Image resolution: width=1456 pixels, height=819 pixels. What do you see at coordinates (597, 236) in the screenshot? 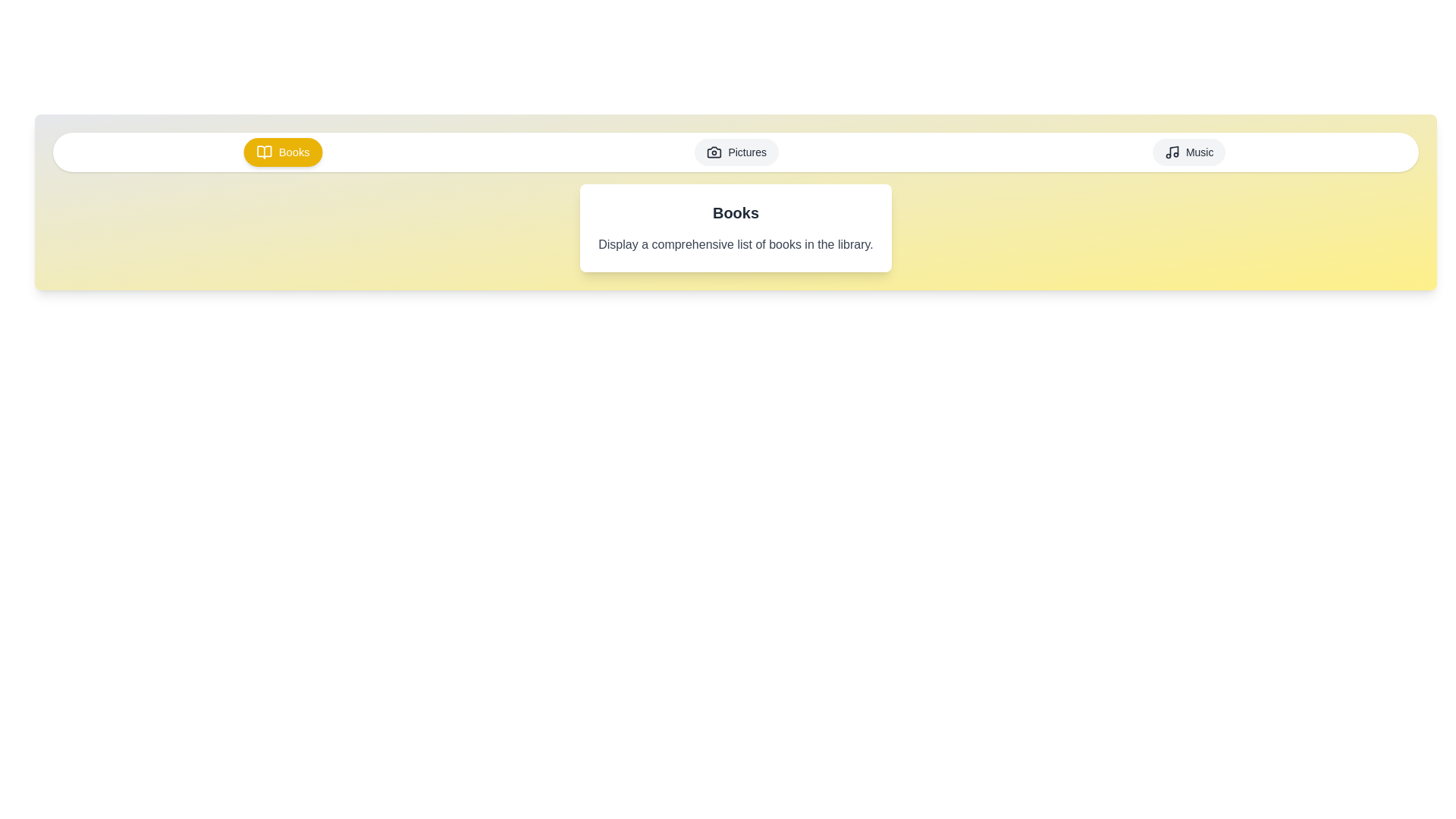
I see `the text content displayed in the active tab` at bounding box center [597, 236].